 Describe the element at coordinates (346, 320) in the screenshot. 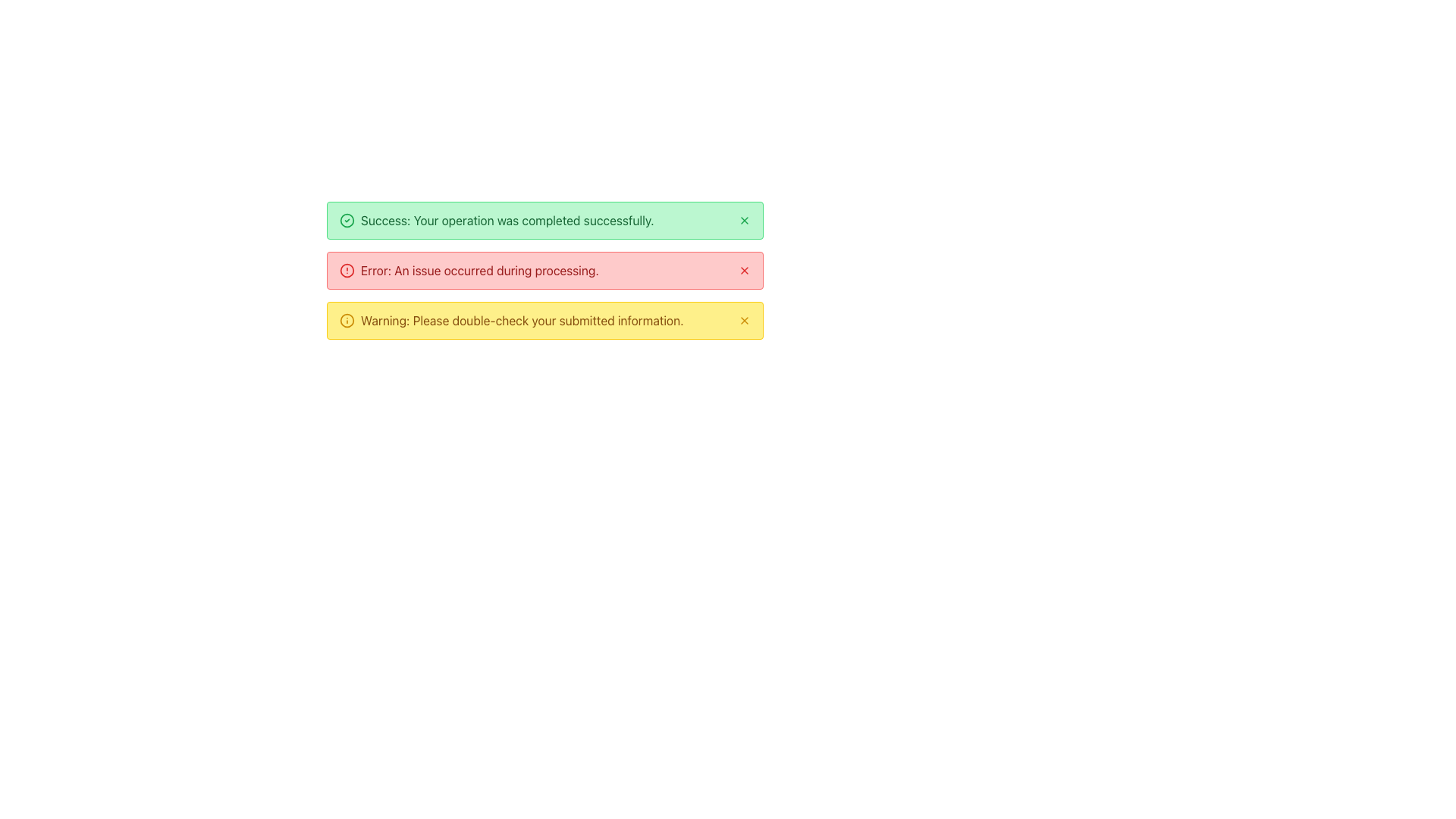

I see `the informational icon located at the far left of the warning message bar that reads, 'Warning: Please double-check your submitted information.'` at that location.